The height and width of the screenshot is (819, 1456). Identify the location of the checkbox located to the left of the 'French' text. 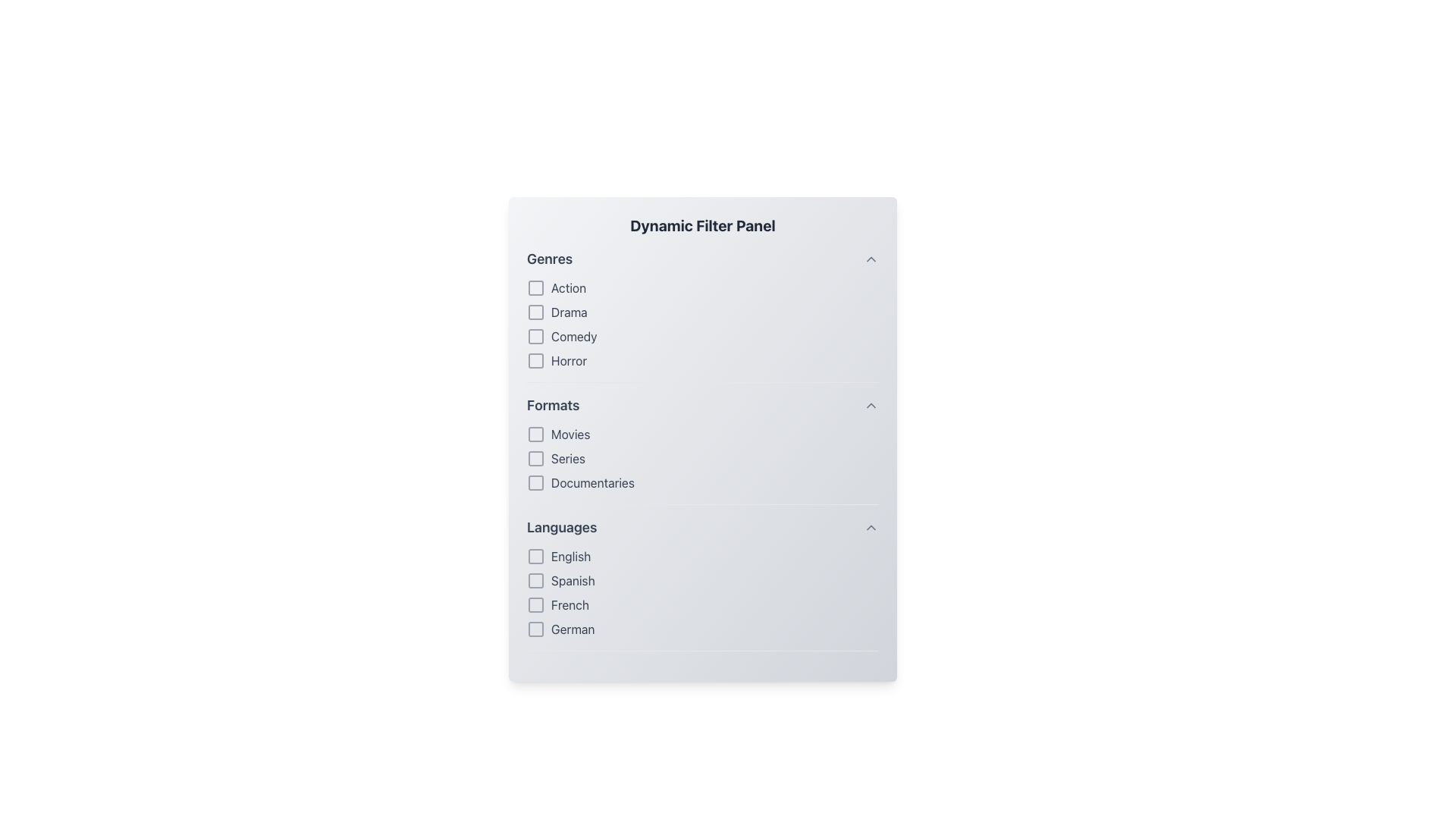
(535, 604).